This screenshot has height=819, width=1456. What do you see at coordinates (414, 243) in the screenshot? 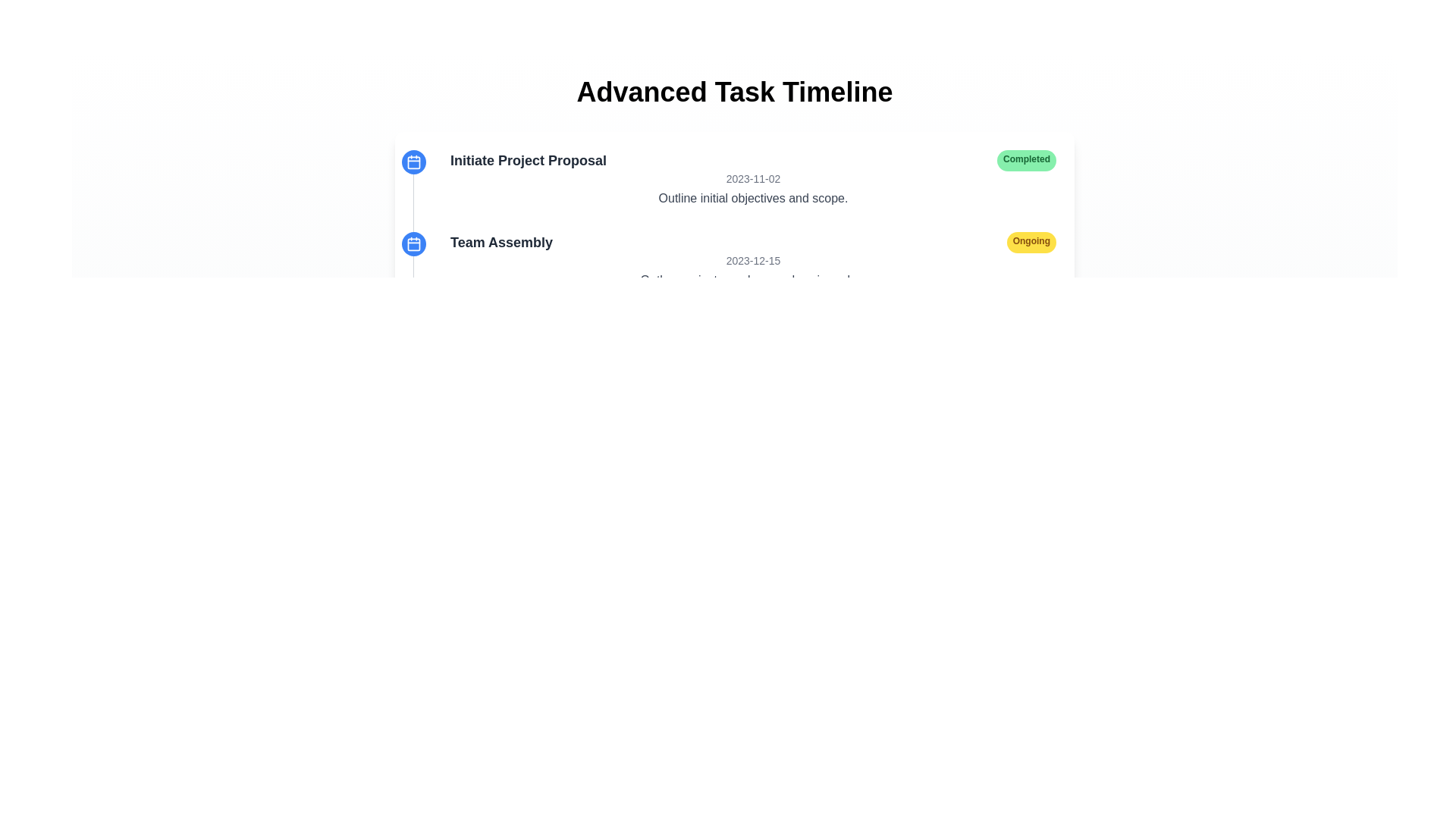
I see `the date or scheduling icon for the 'Team Assembly' task, which is located to the left of the text 'Team Assembly'` at bounding box center [414, 243].